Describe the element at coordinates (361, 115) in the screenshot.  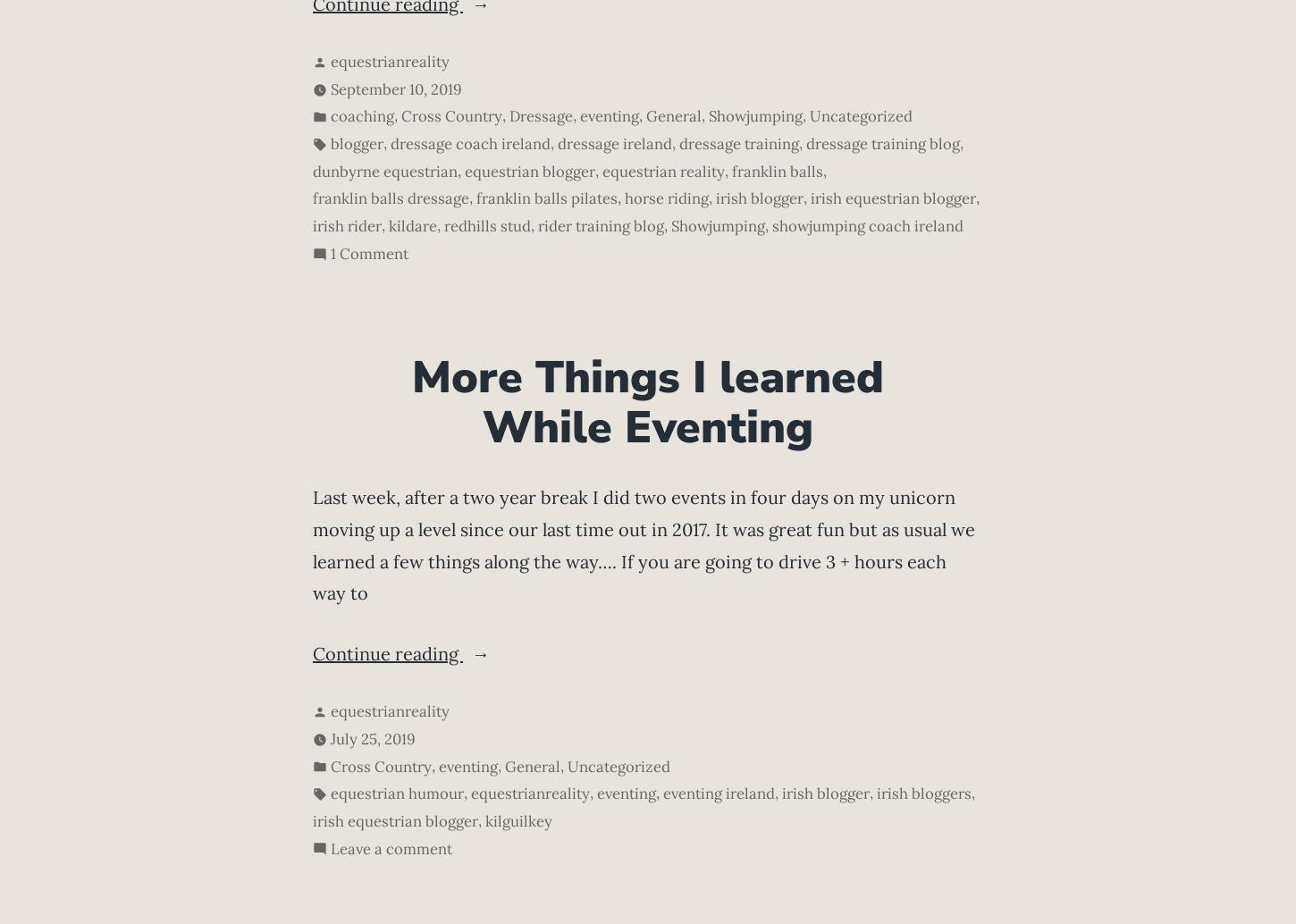
I see `'coaching'` at that location.